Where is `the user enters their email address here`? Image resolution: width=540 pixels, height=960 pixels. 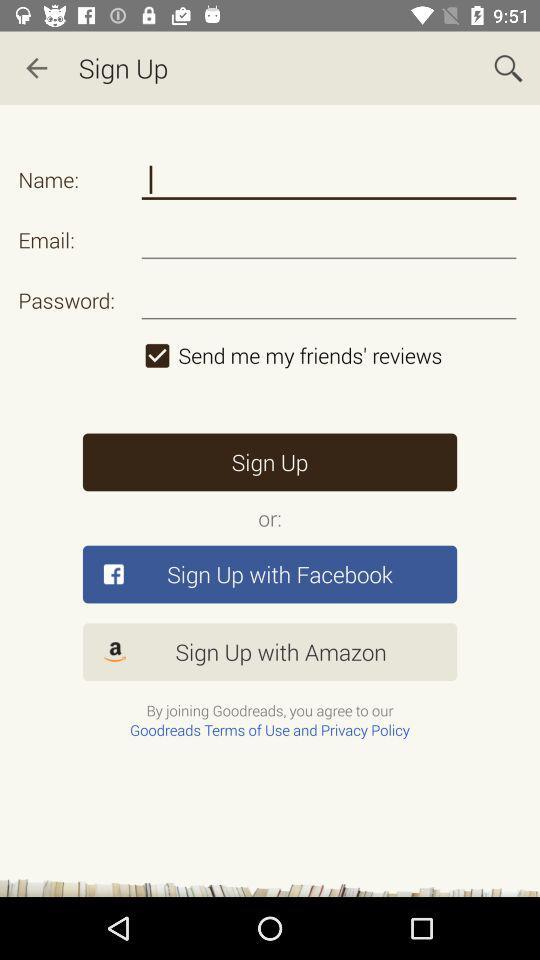 the user enters their email address here is located at coordinates (329, 240).